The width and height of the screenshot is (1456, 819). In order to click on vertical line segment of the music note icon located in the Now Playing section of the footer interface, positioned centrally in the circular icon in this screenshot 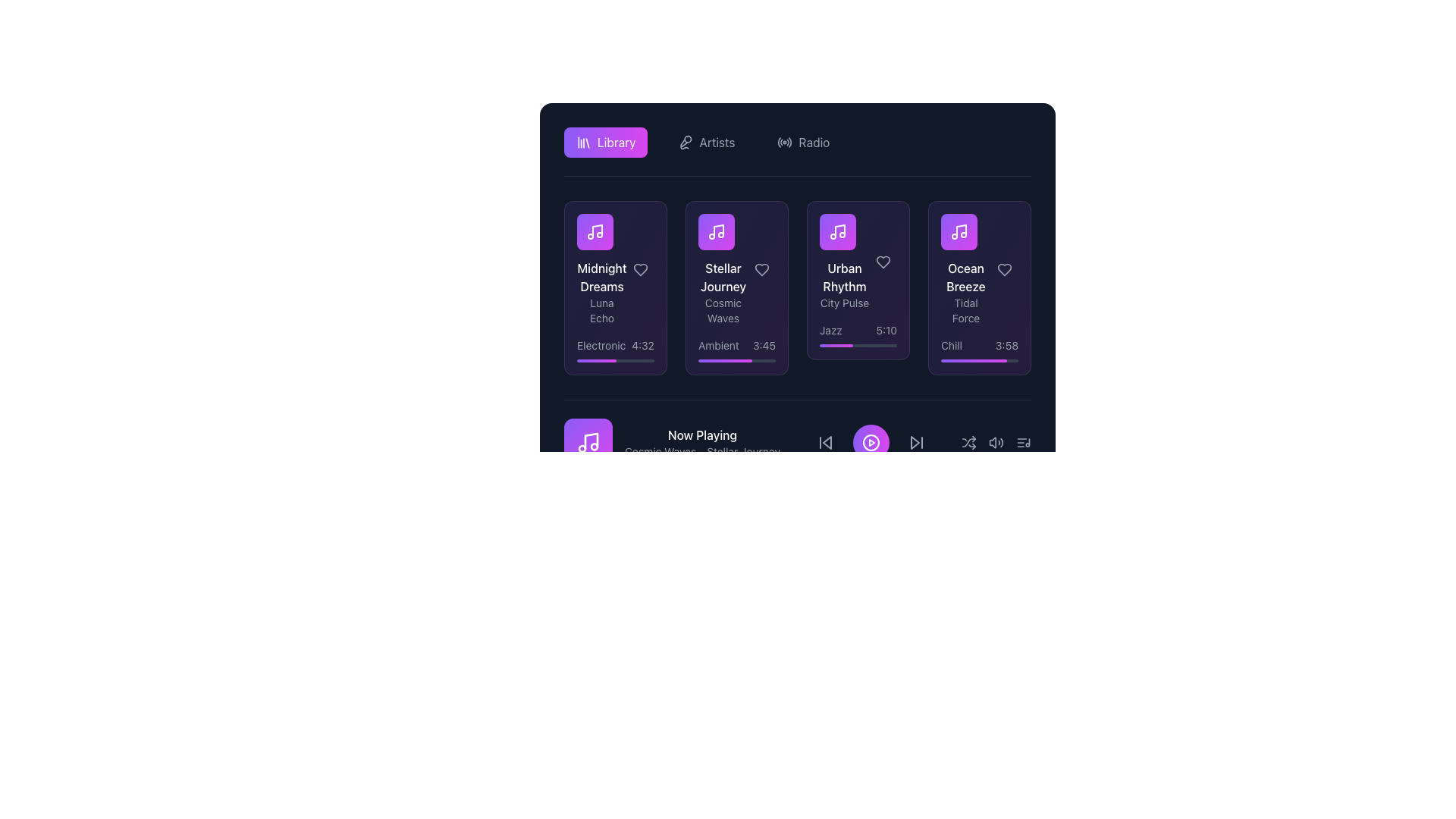, I will do `click(590, 441)`.